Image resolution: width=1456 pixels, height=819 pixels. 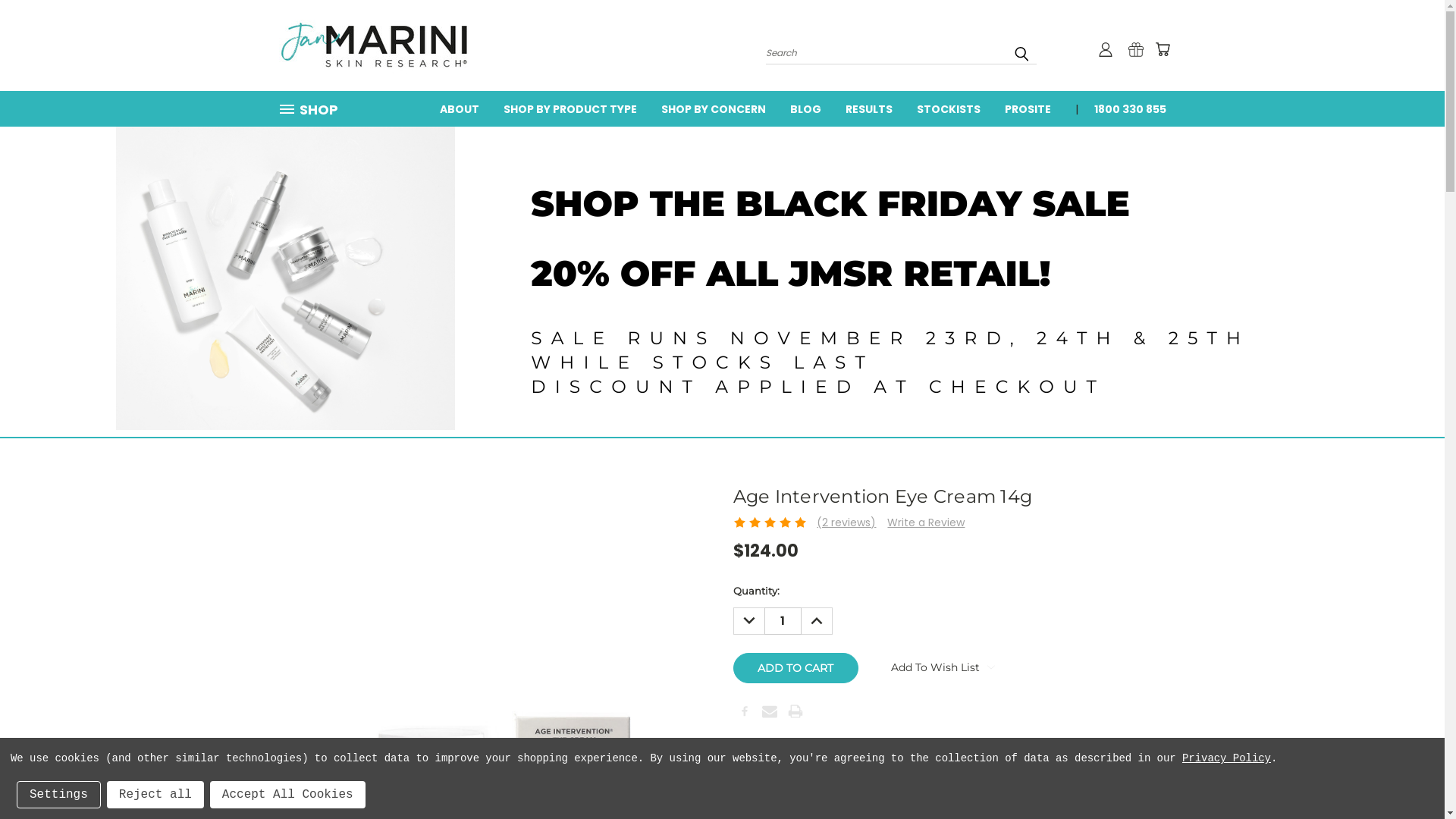 I want to click on 'INCREASE QUANTITY:', so click(x=815, y=620).